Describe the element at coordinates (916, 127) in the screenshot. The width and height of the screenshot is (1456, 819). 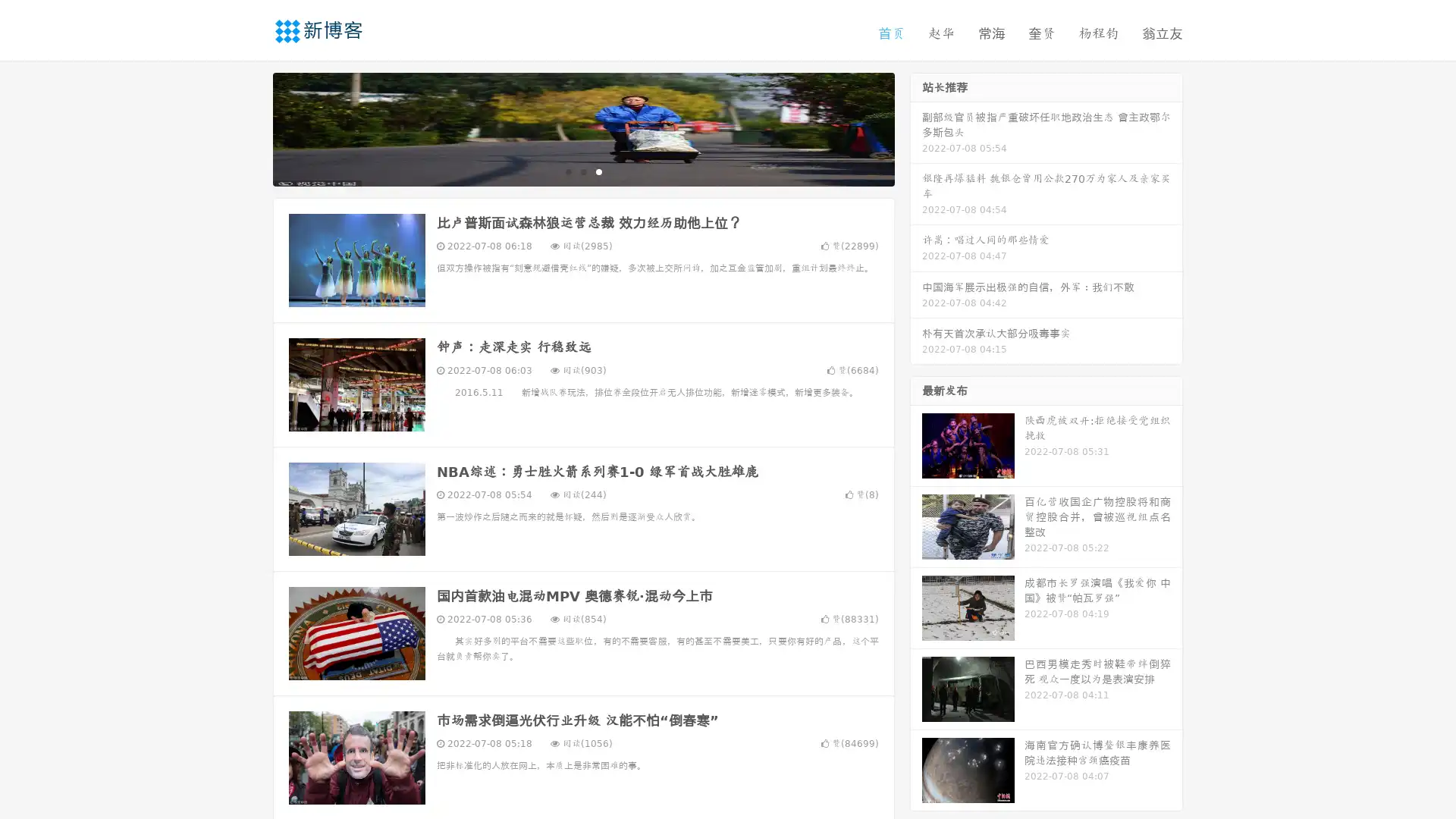
I see `Next slide` at that location.